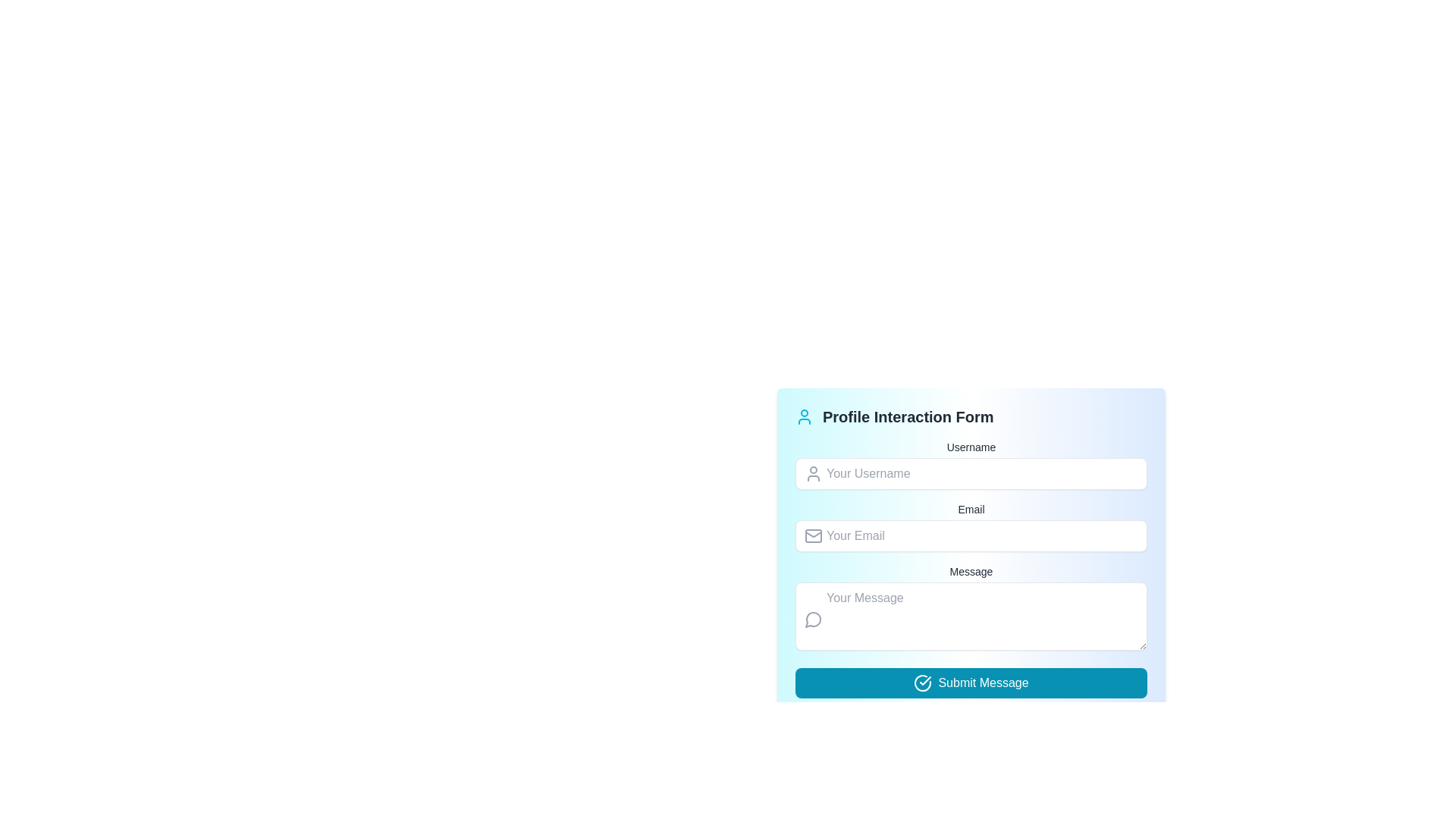  Describe the element at coordinates (812, 620) in the screenshot. I see `the chat bubble icon located to the left of the 'Profile Interaction Form' header, which is designed as a simple outlined circular shape with a tail resembling a speech balloon` at that location.